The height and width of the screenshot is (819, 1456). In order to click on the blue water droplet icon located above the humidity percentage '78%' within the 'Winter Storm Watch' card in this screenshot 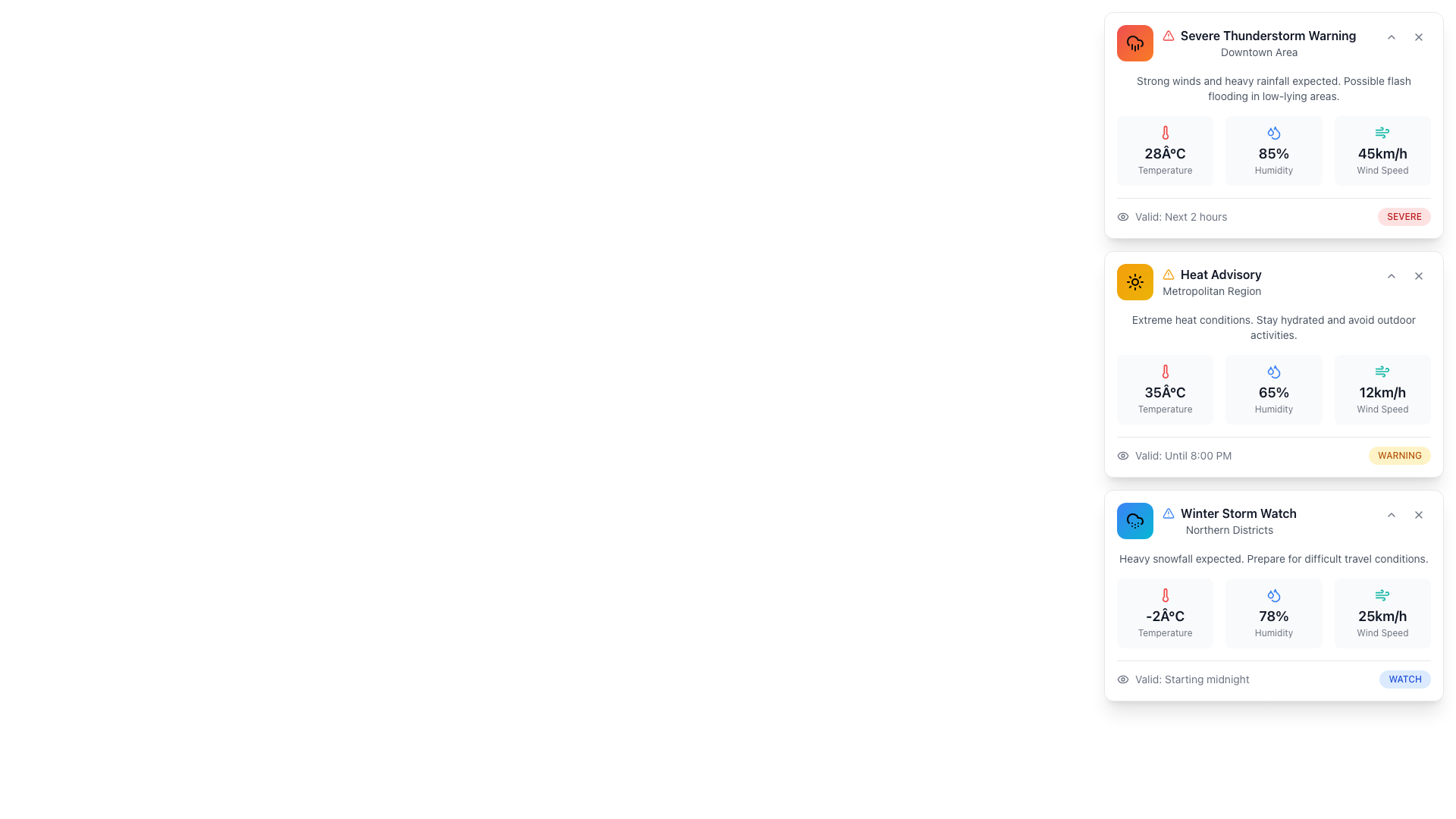, I will do `click(1274, 595)`.